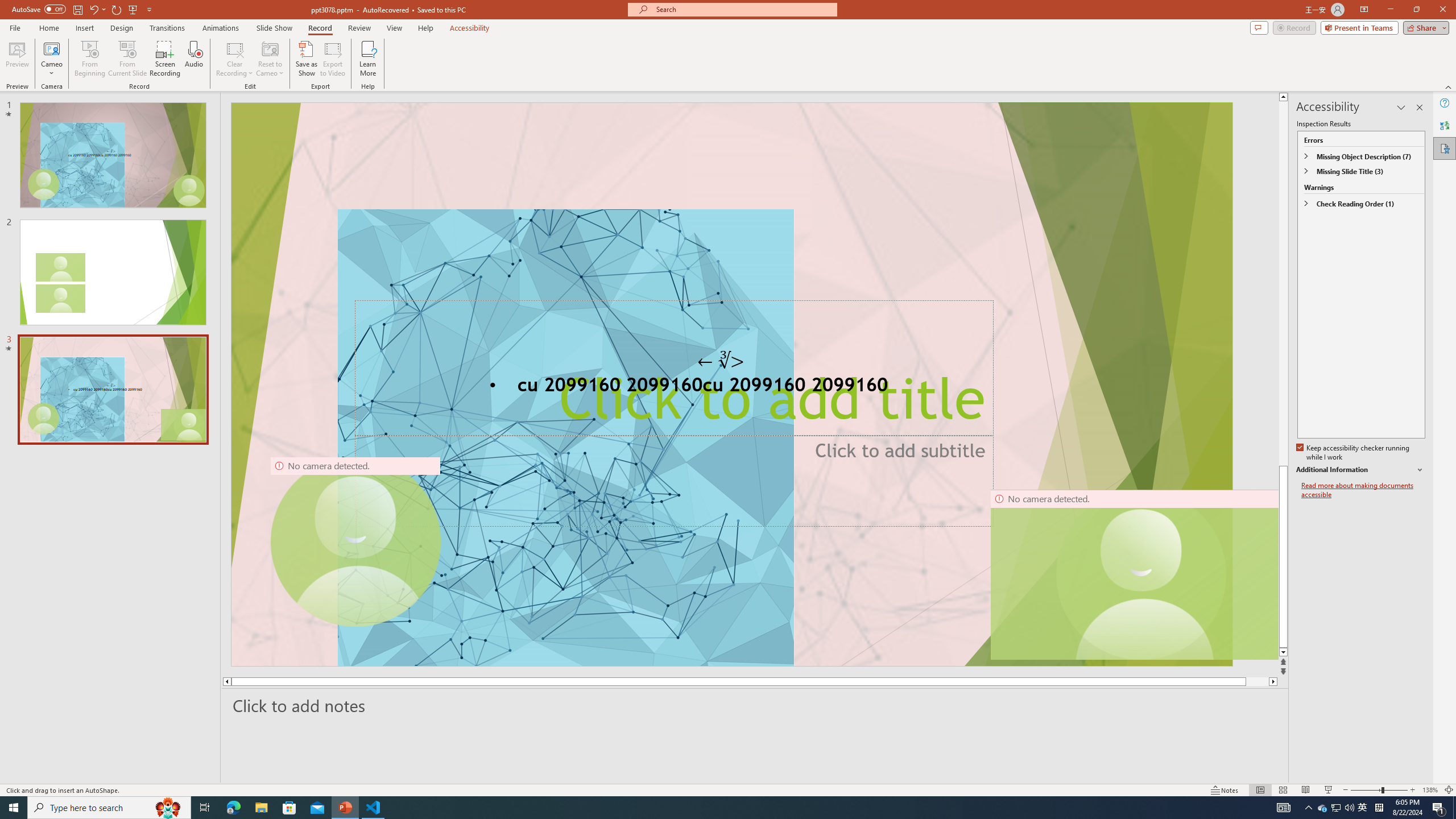 The image size is (1456, 819). I want to click on 'Clear Recording', so click(234, 59).